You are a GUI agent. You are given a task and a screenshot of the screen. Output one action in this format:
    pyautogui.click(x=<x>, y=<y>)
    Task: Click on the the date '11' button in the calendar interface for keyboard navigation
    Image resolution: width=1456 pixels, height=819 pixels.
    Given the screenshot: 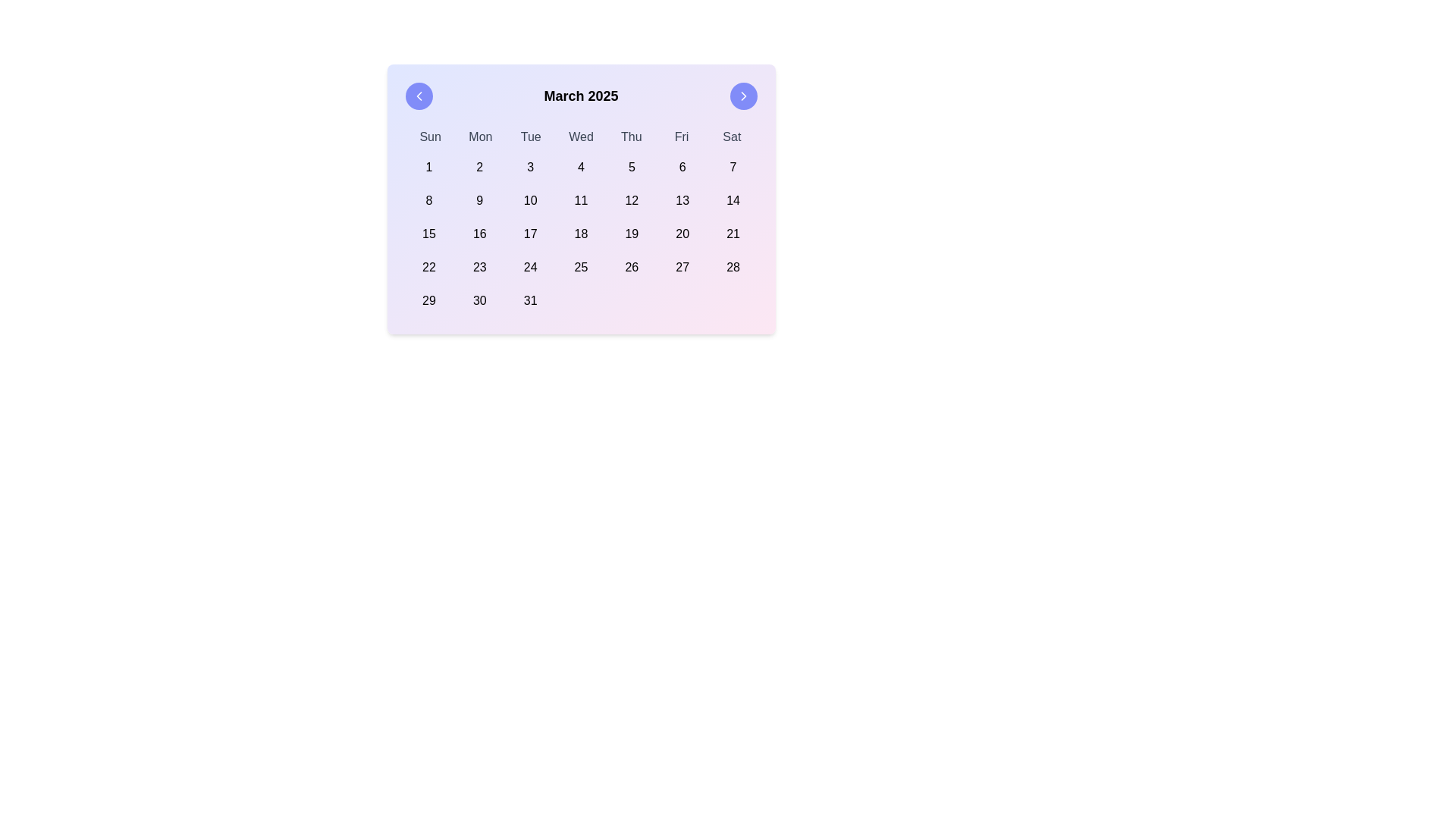 What is the action you would take?
    pyautogui.click(x=580, y=200)
    